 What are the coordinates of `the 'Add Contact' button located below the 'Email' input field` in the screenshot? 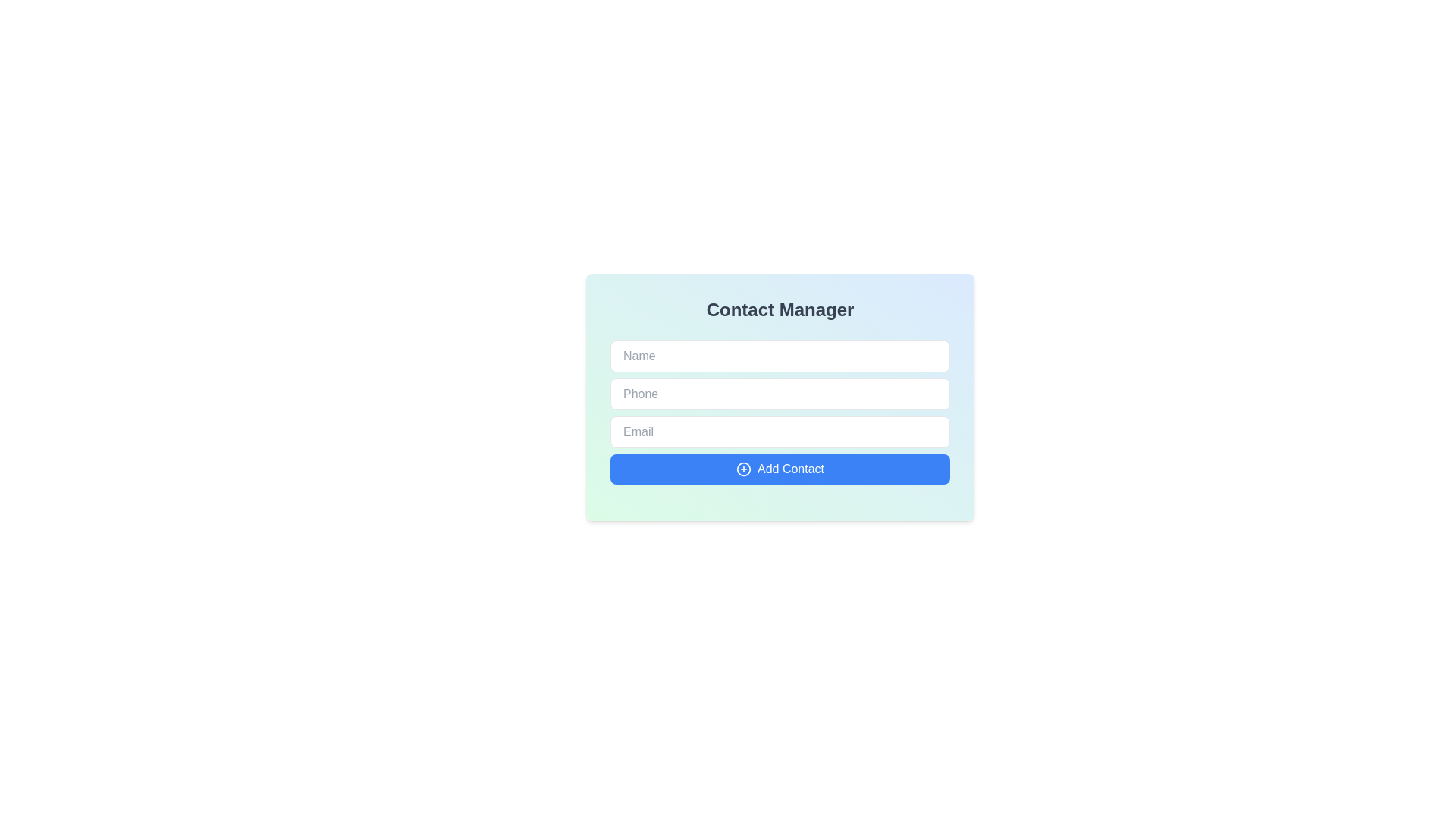 It's located at (780, 468).